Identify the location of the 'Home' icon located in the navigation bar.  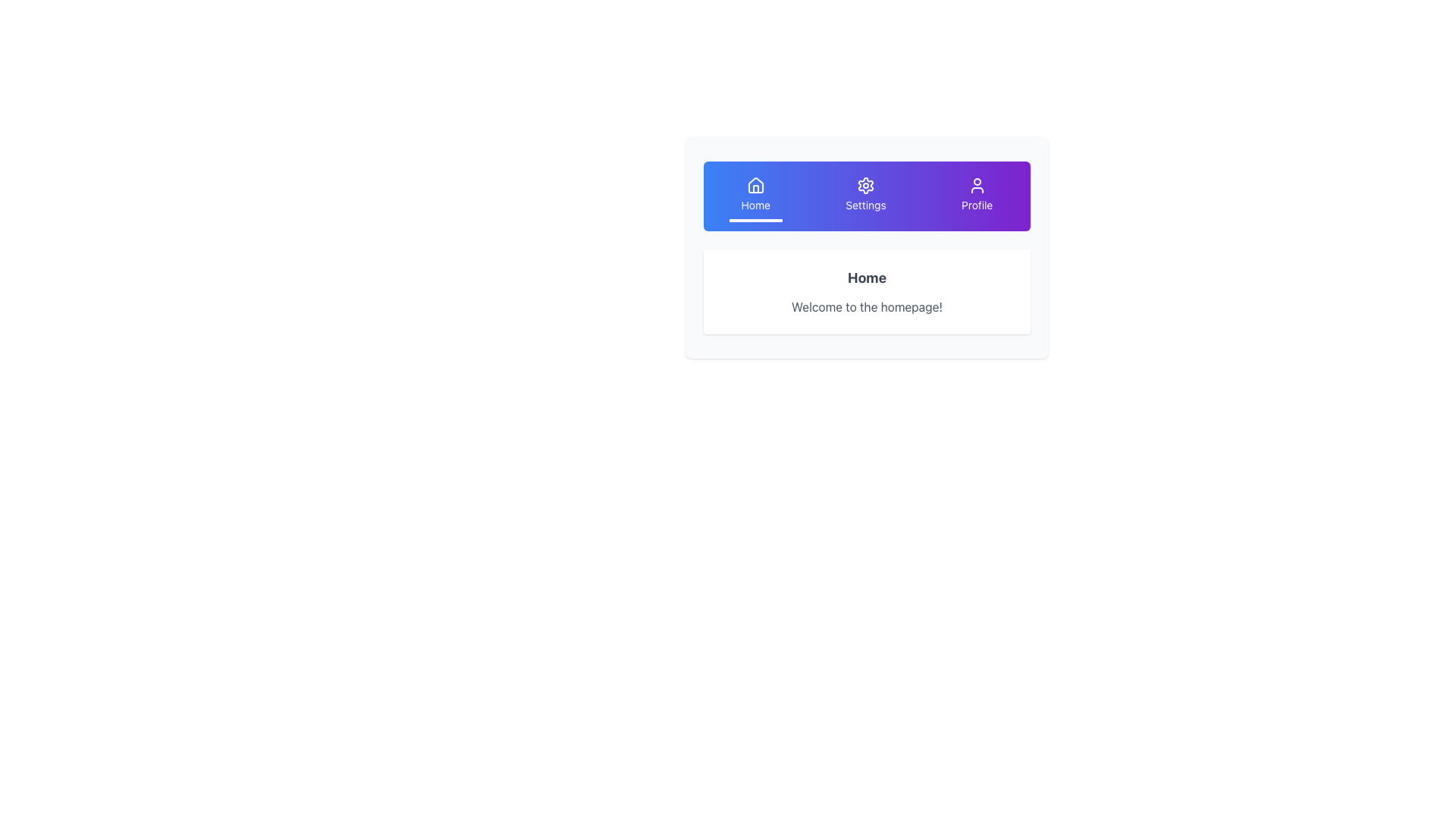
(755, 185).